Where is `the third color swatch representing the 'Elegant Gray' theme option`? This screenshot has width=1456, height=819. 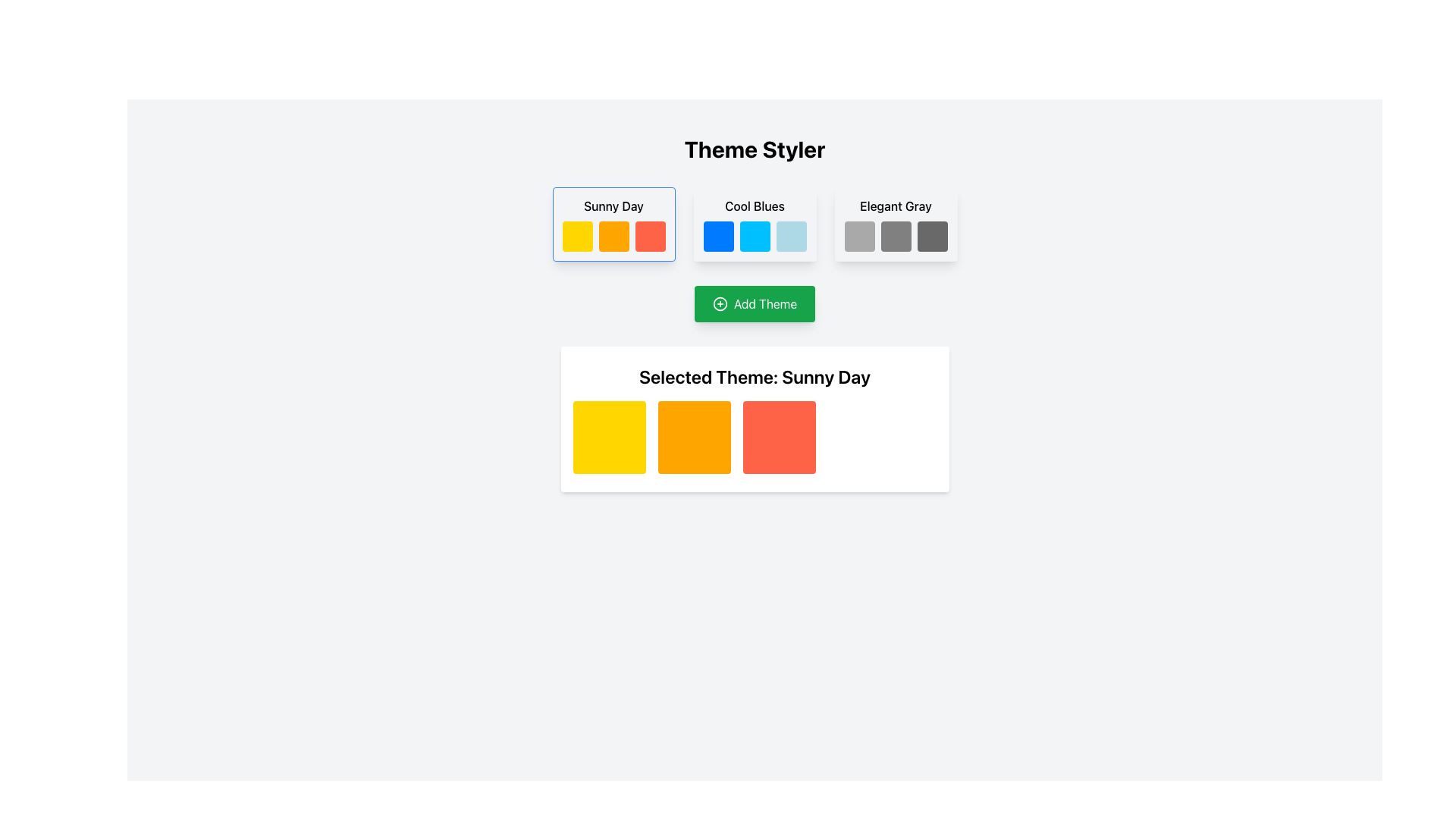 the third color swatch representing the 'Elegant Gray' theme option is located at coordinates (931, 237).